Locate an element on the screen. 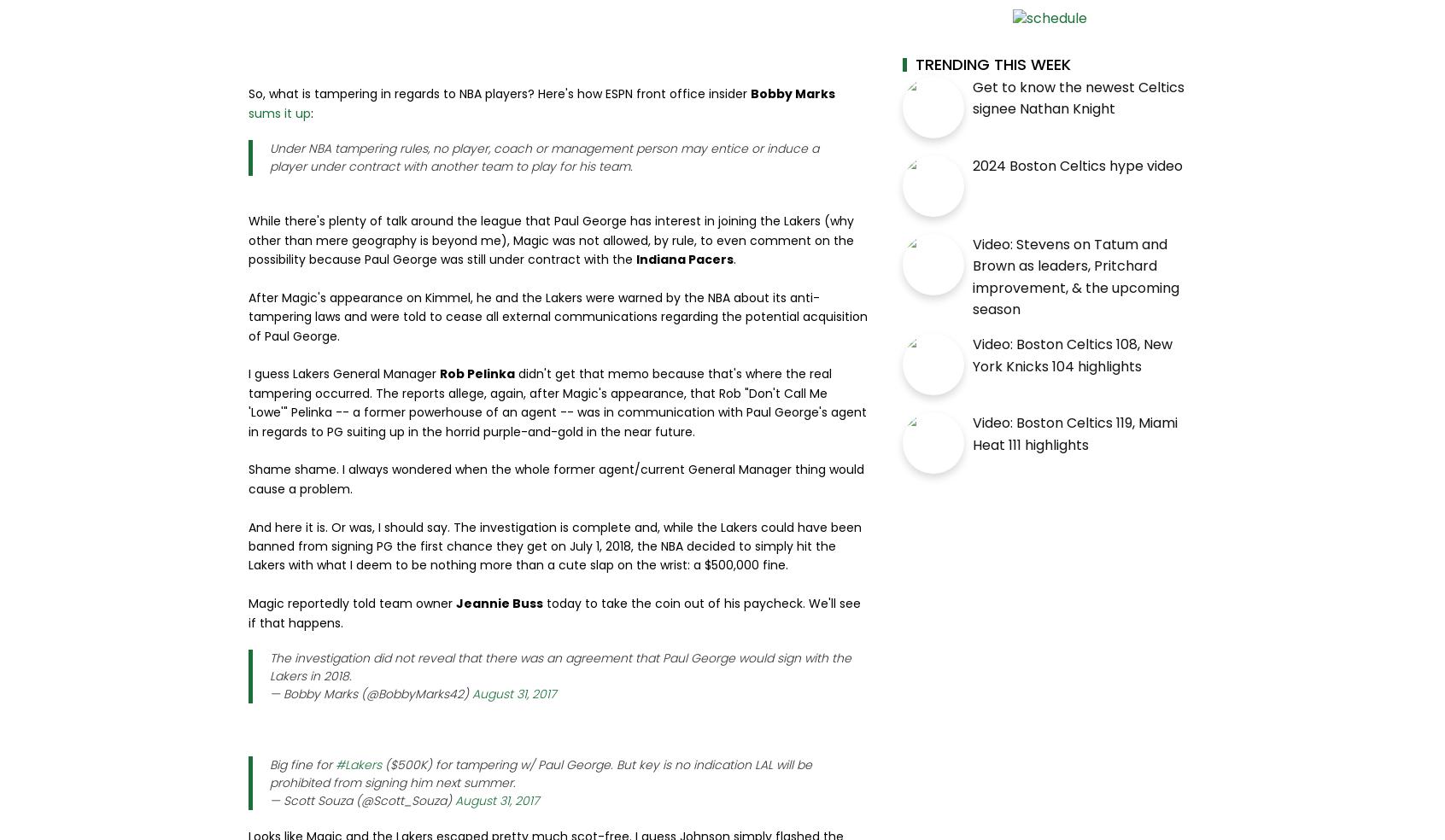  'today to take the coin out of his paycheck. We'll see if that happens.' is located at coordinates (554, 613).